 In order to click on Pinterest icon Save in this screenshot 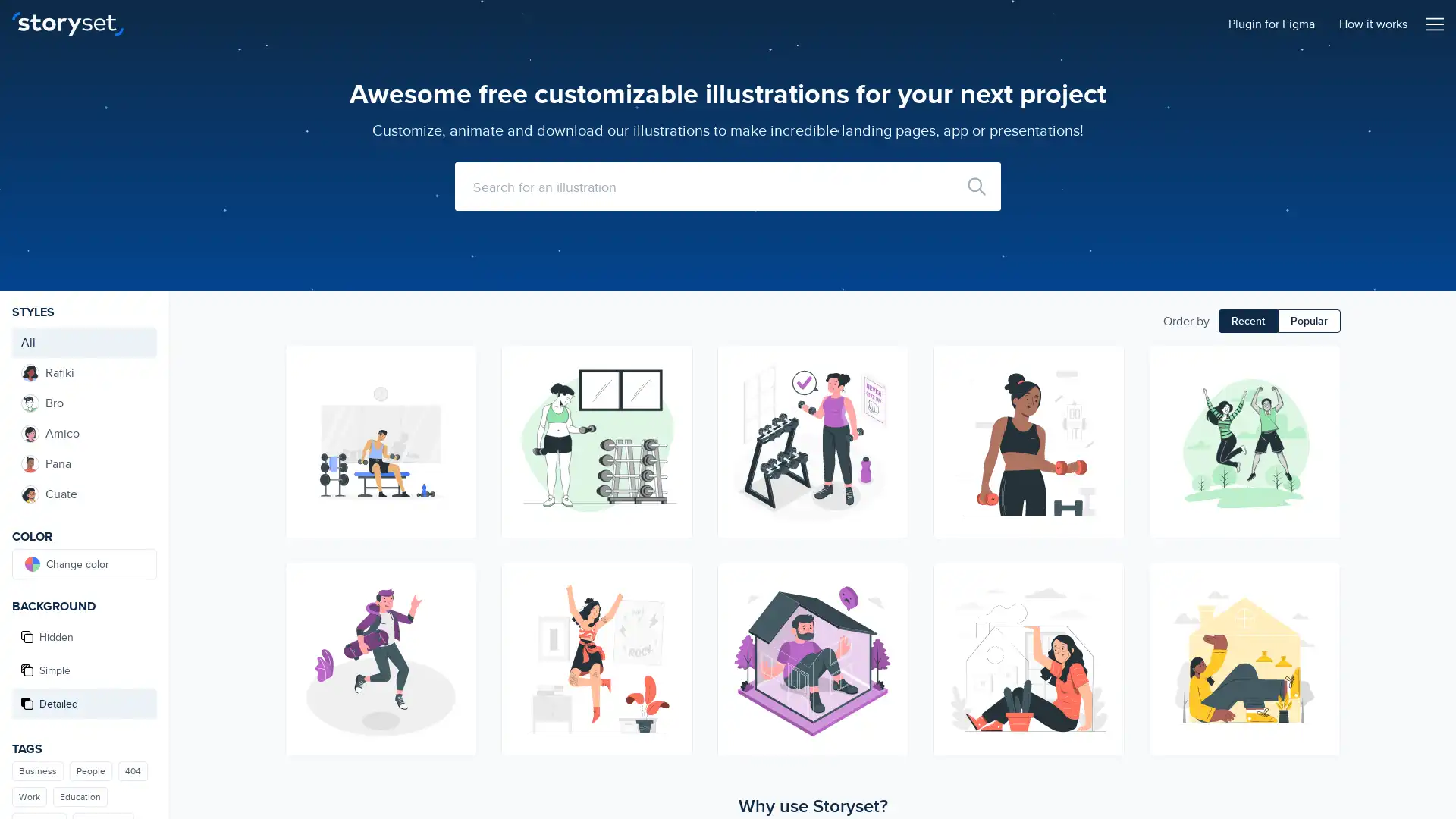, I will do `click(673, 418)`.